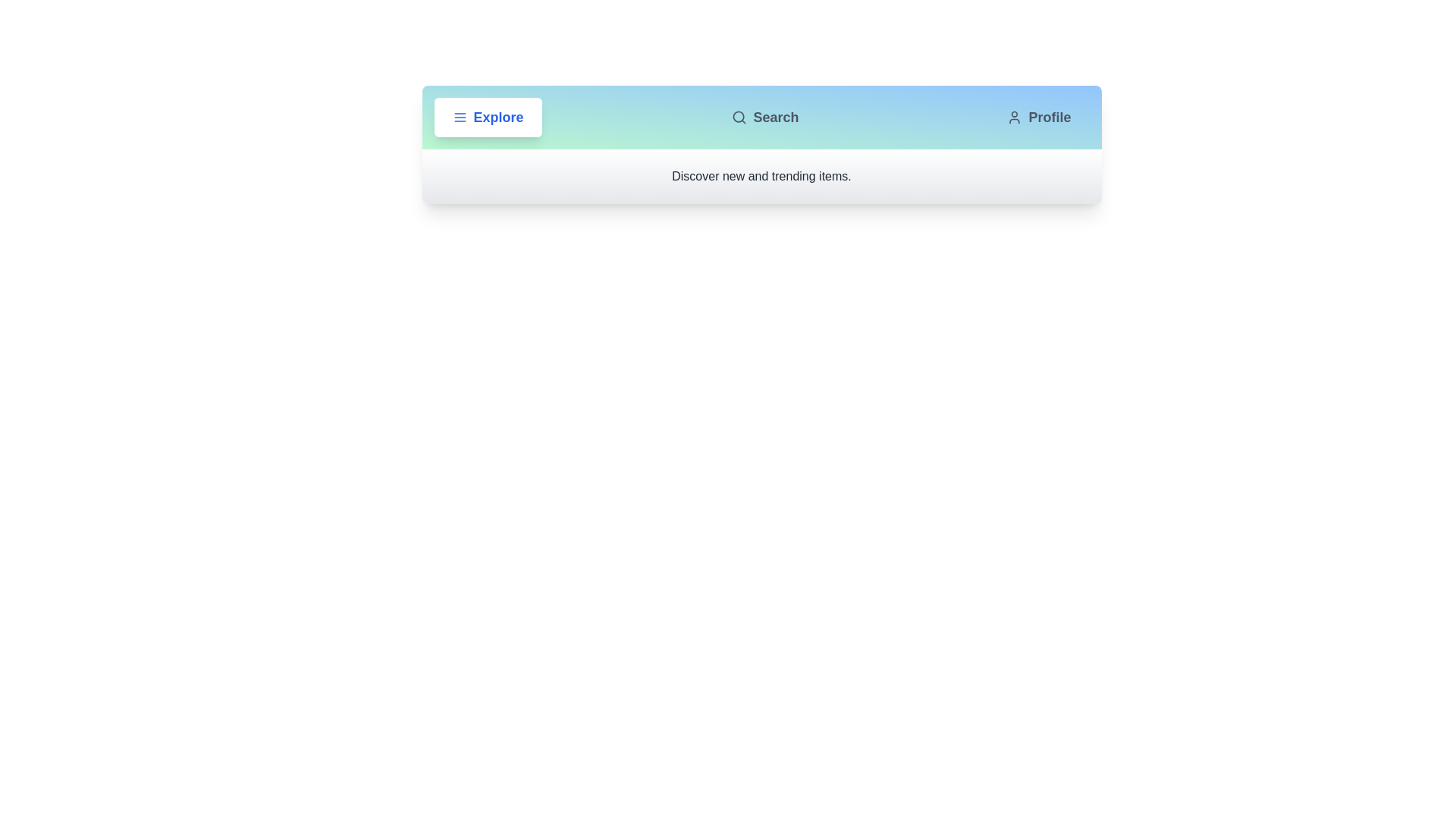 The height and width of the screenshot is (819, 1456). What do you see at coordinates (739, 116) in the screenshot?
I see `the icon of the Search tab` at bounding box center [739, 116].